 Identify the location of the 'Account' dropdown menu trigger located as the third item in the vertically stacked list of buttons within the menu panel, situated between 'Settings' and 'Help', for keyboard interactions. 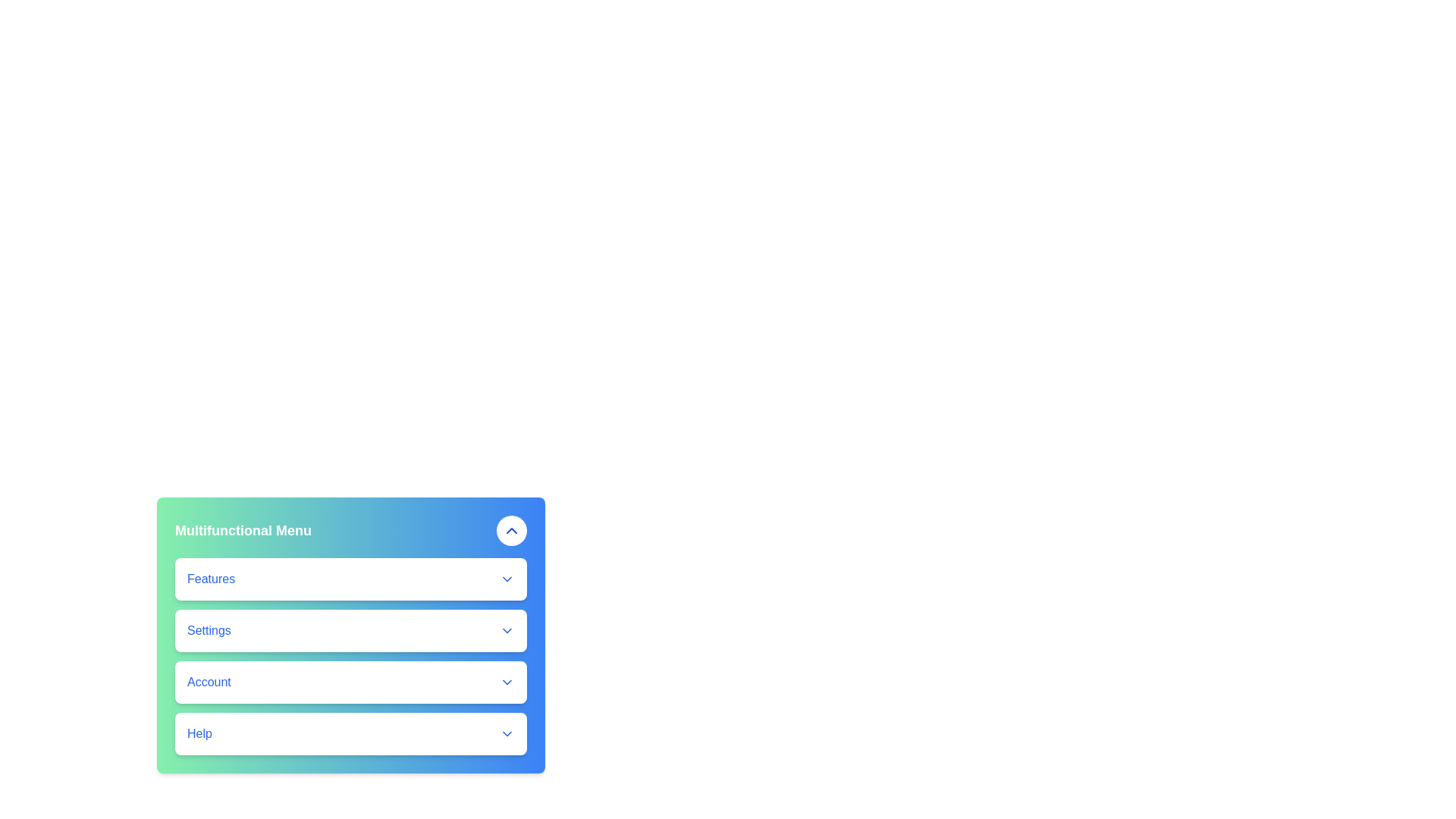
(350, 681).